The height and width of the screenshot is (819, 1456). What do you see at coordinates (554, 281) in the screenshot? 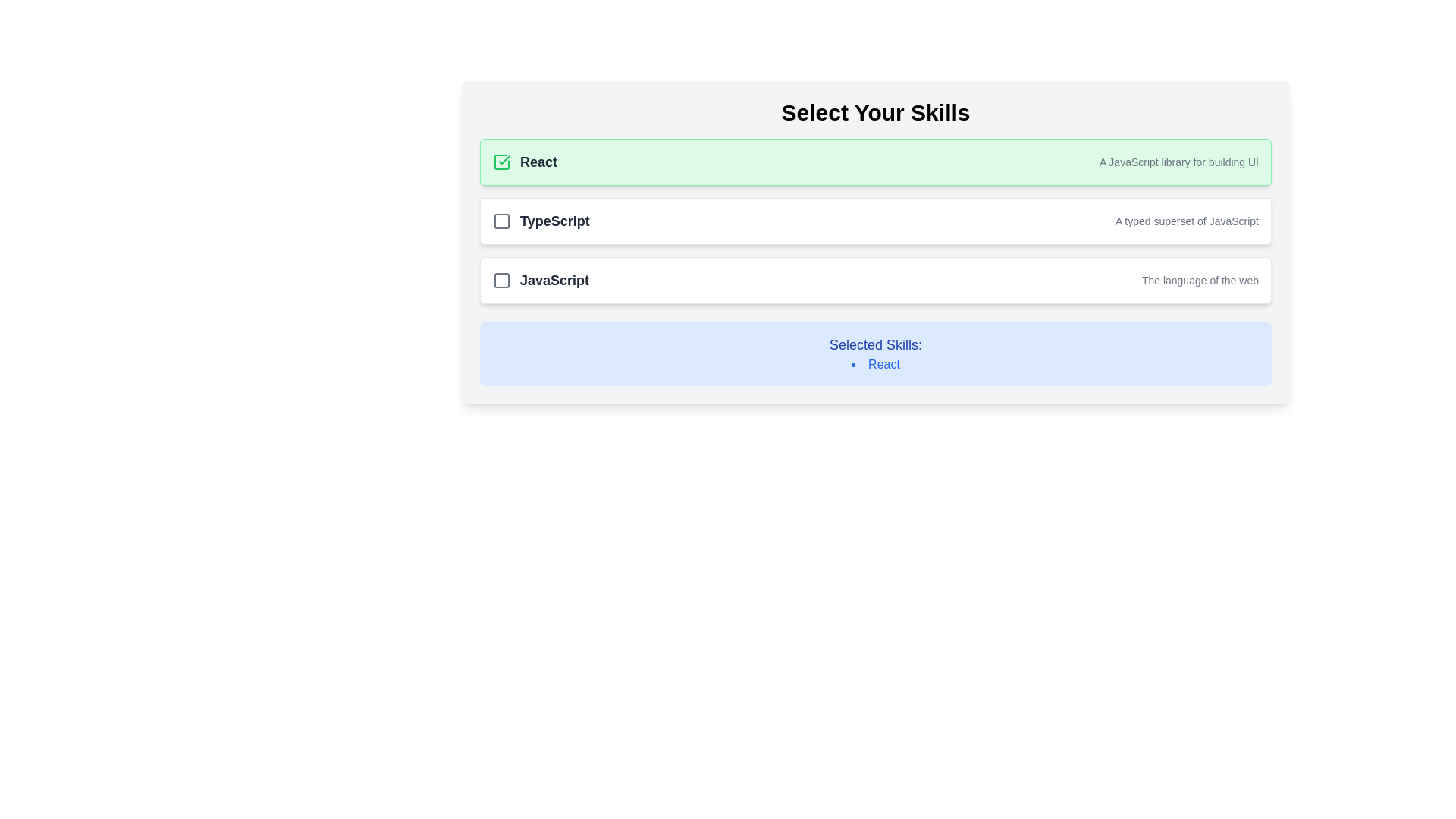
I see `the 'JavaScript' text label, which is styled with a large bold font and dark gray color, located in the third row of a skill selection list` at bounding box center [554, 281].